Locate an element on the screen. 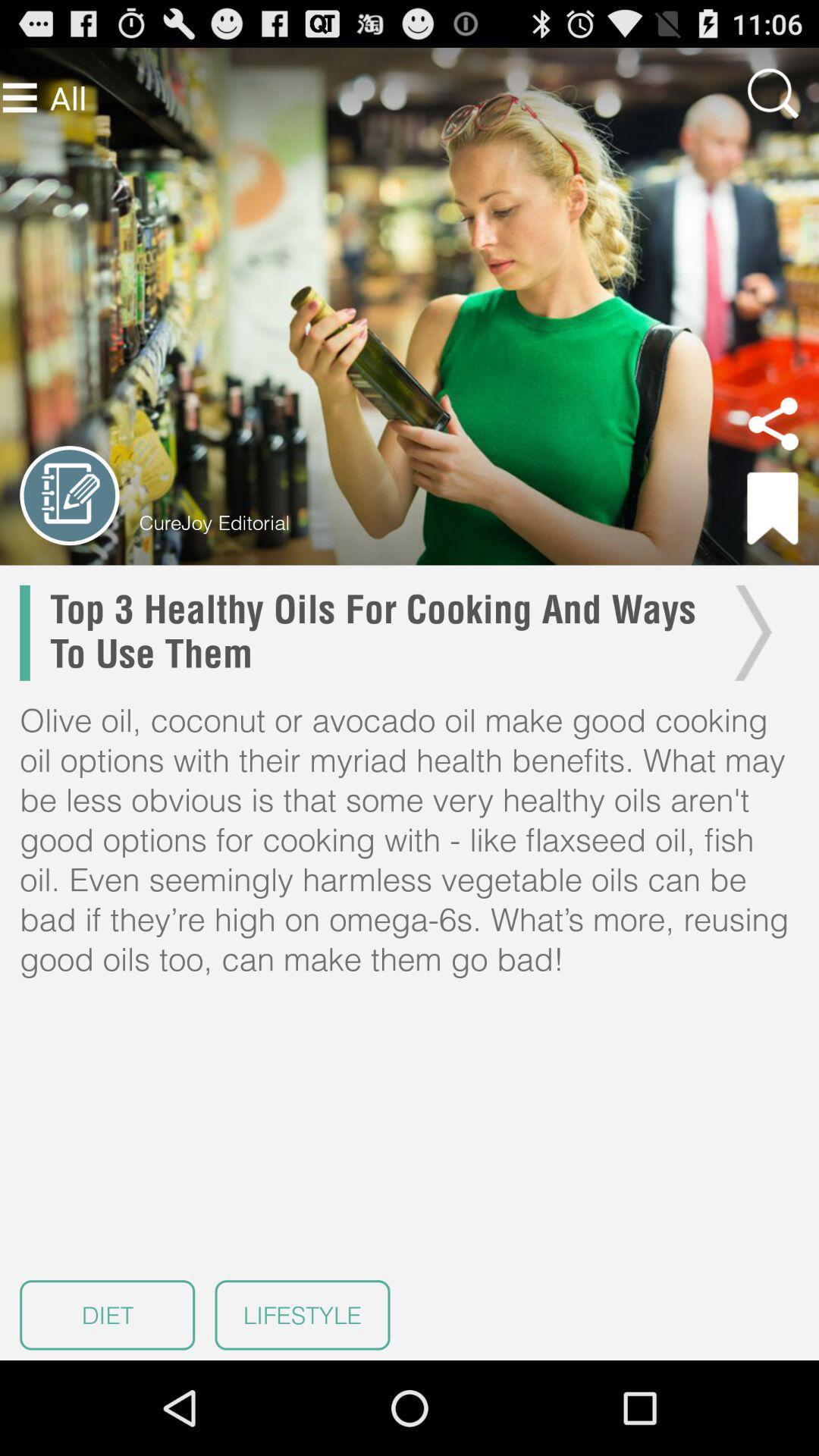 This screenshot has height=1456, width=819. icon above the olive oil coconut icon is located at coordinates (748, 632).